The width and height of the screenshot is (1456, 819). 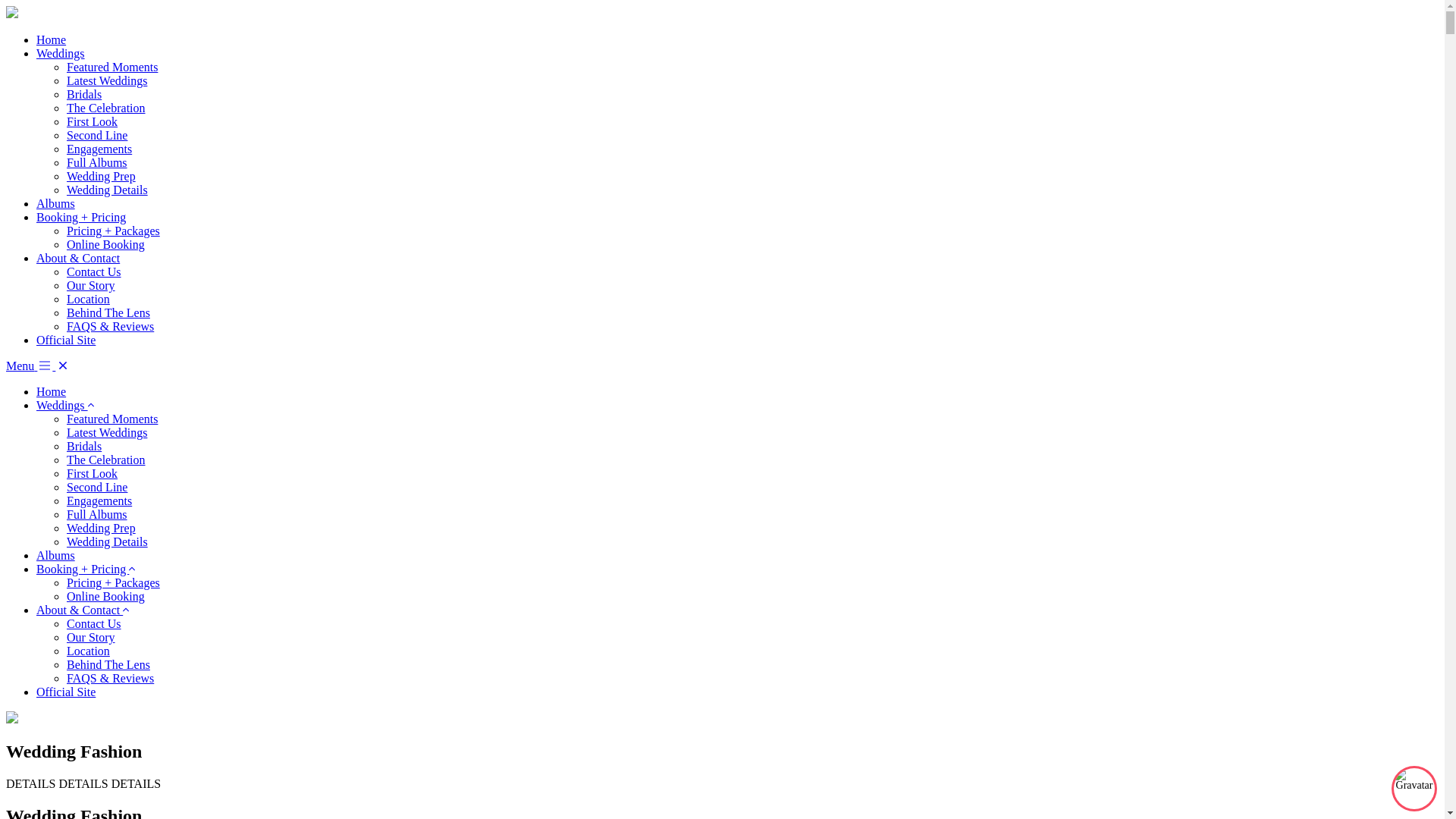 I want to click on 'Engagements', so click(x=98, y=149).